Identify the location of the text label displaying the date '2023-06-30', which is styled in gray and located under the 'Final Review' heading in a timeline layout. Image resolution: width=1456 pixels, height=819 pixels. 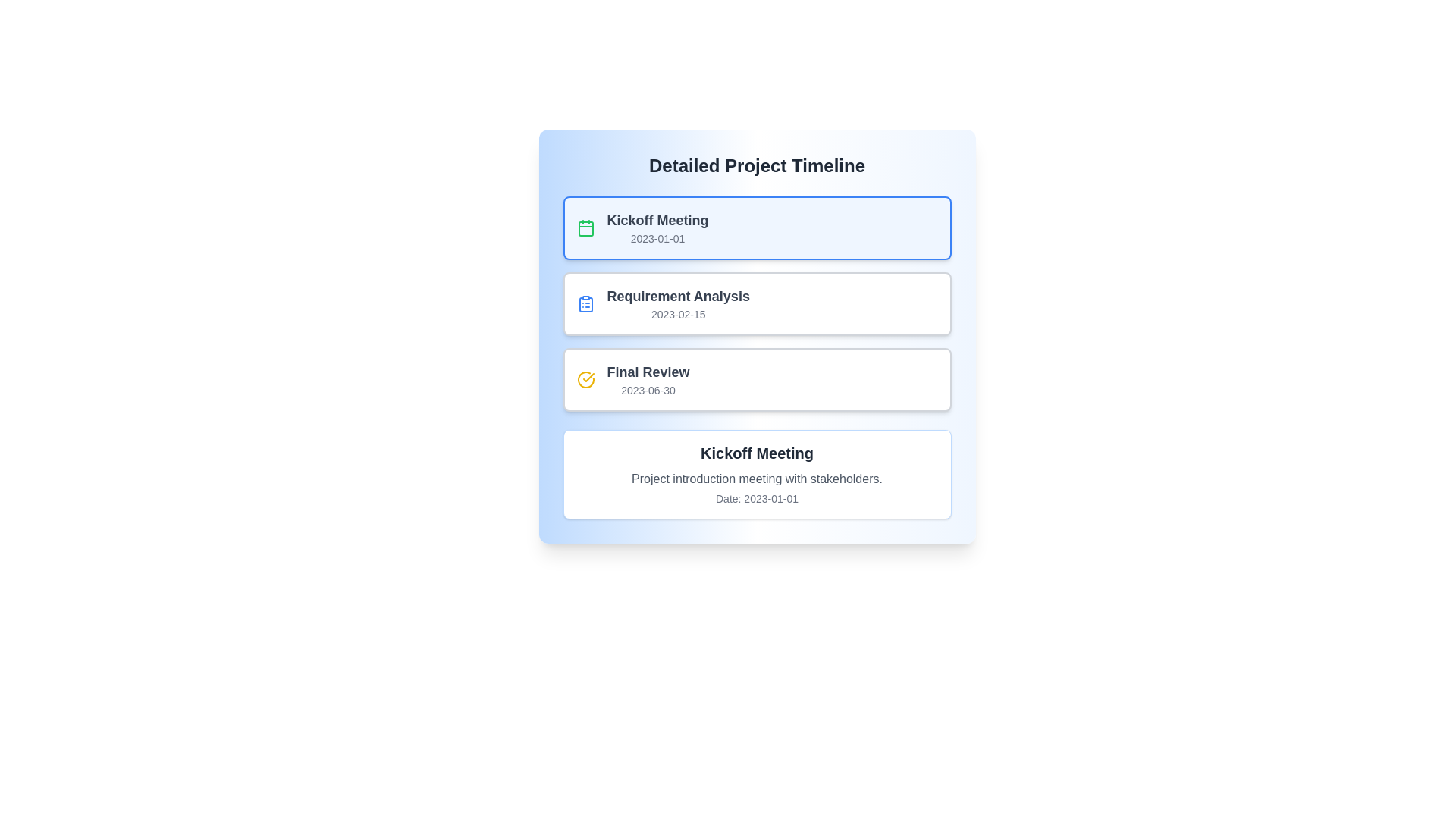
(648, 390).